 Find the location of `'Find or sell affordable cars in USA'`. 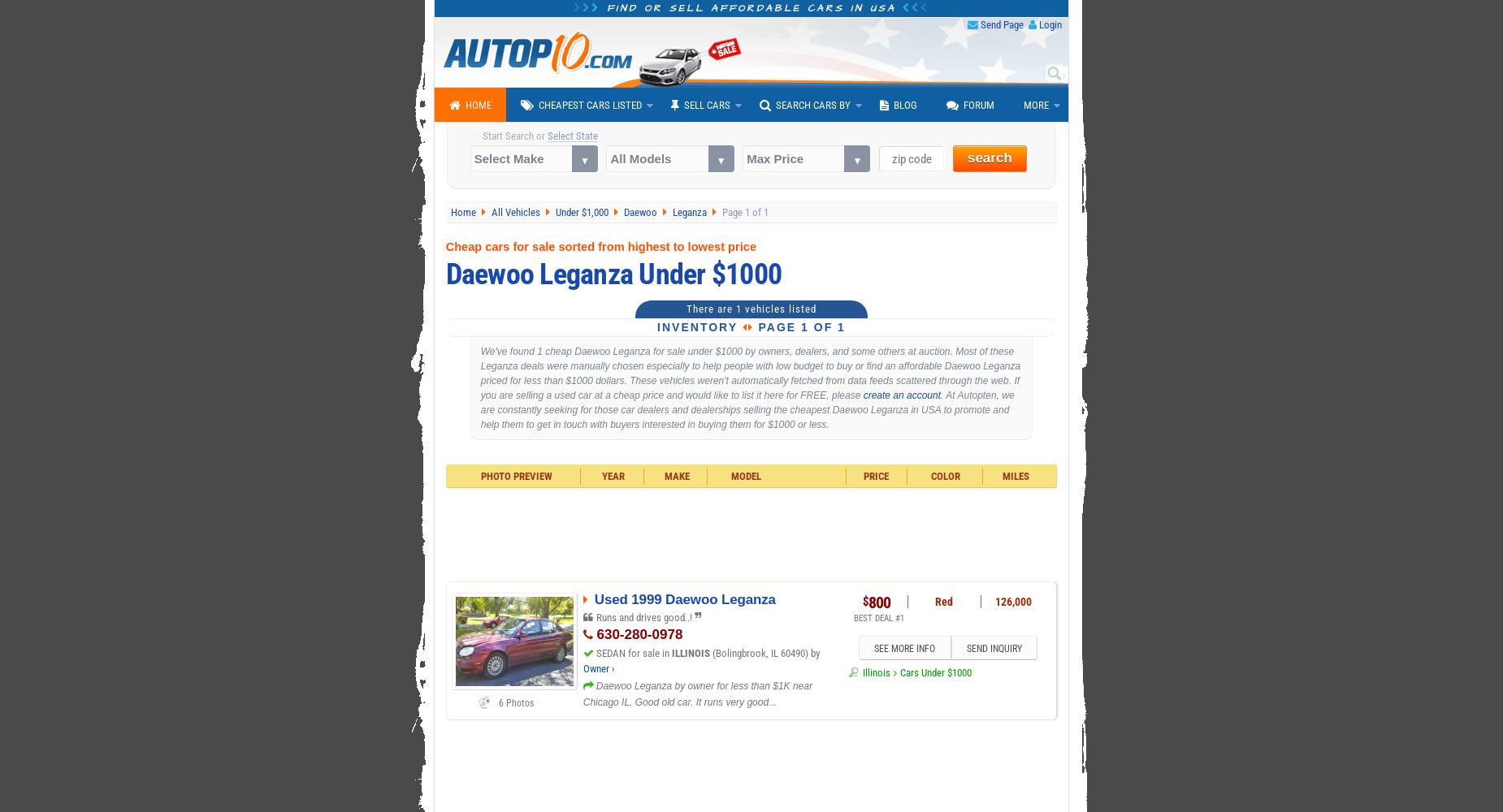

'Find or sell affordable cars in USA' is located at coordinates (751, 8).